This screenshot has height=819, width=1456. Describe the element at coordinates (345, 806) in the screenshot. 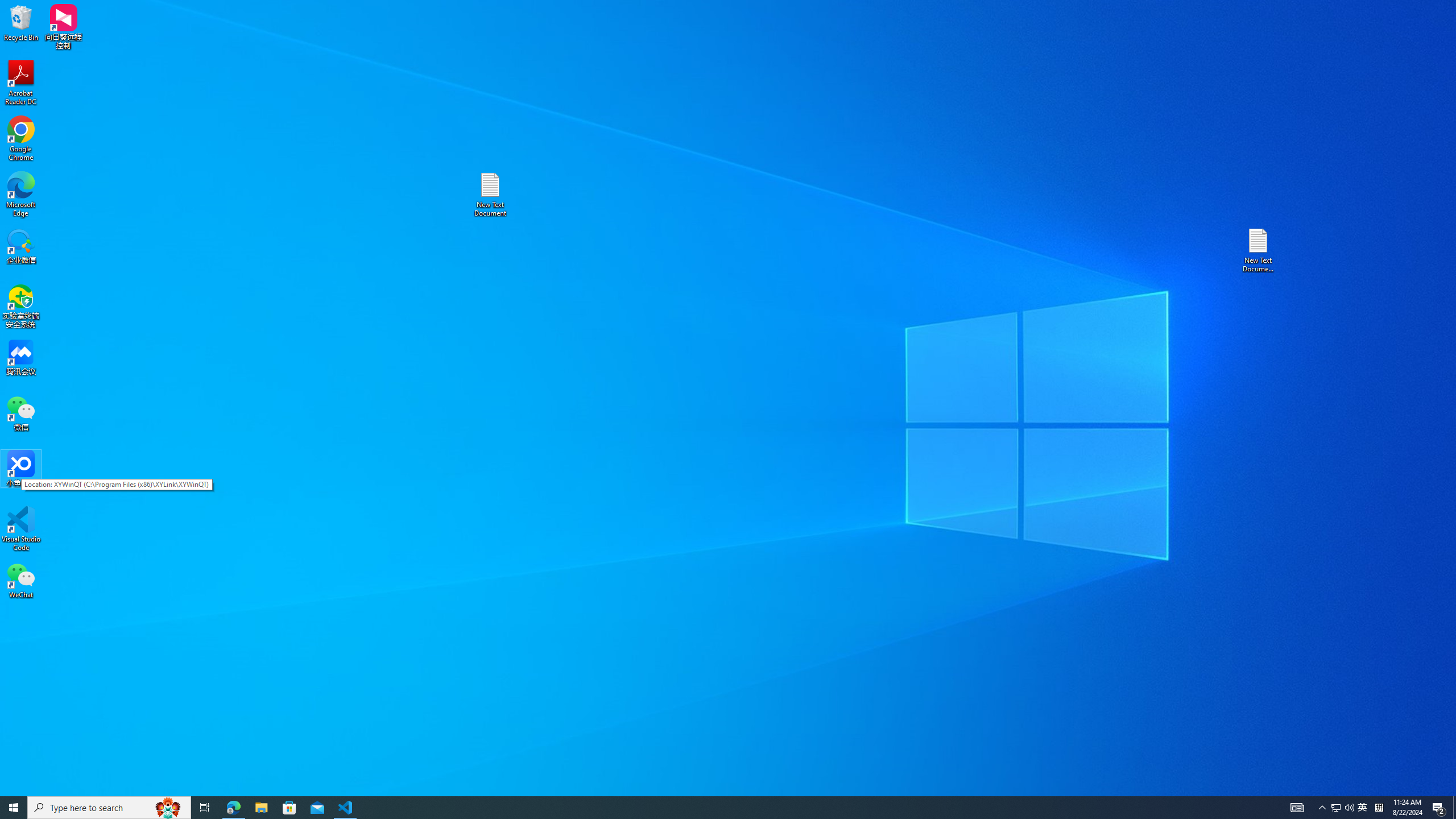

I see `'Visual Studio Code - 1 running window'` at that location.